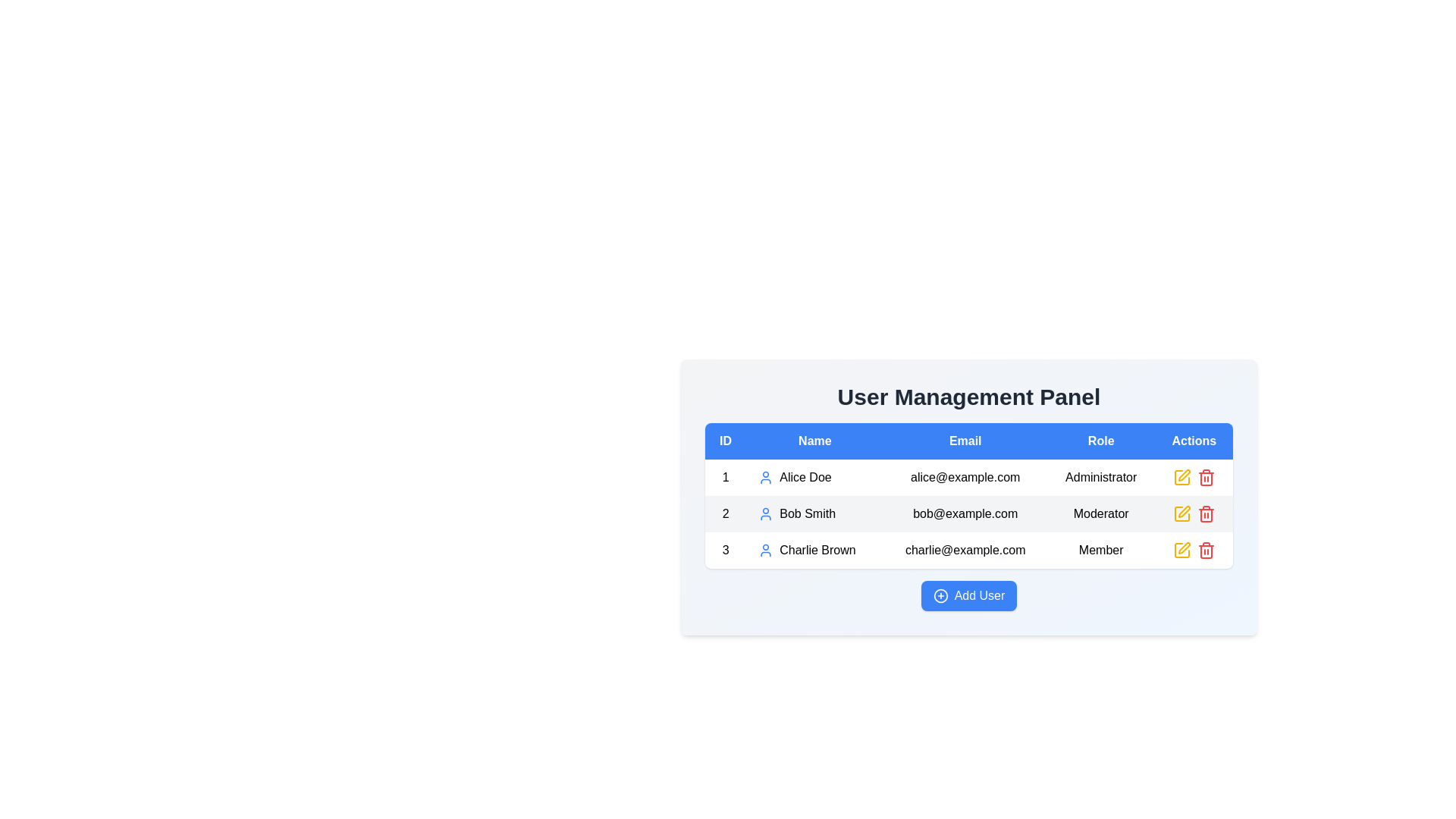 Image resolution: width=1456 pixels, height=819 pixels. I want to click on the text label displaying 'Member' in the fourth column of the third row in the user management table, associated with 'Charlie Brown', so click(1101, 550).